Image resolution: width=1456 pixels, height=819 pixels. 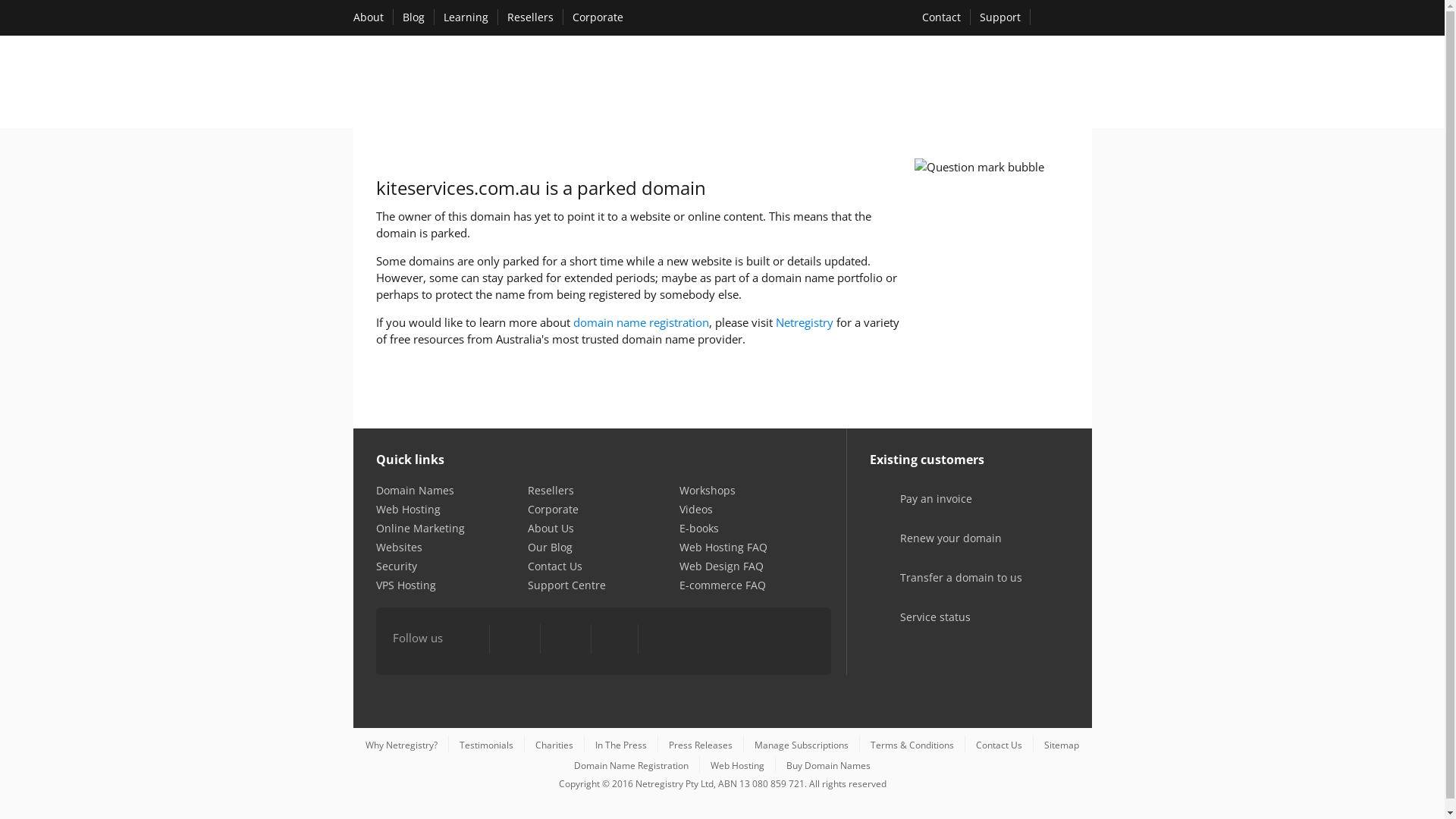 What do you see at coordinates (803, 321) in the screenshot?
I see `'Netregistry'` at bounding box center [803, 321].